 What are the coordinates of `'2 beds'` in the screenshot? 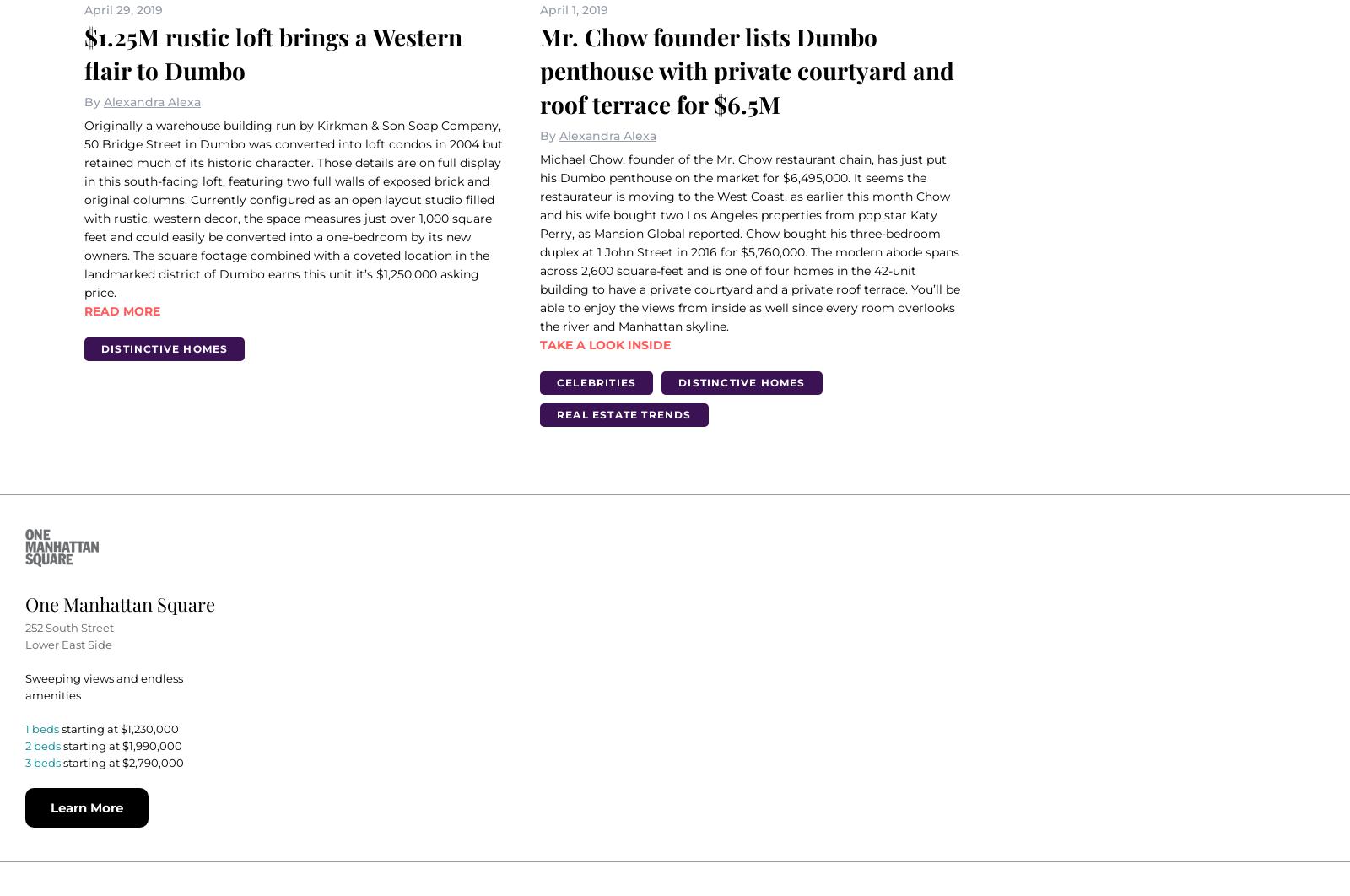 It's located at (42, 744).